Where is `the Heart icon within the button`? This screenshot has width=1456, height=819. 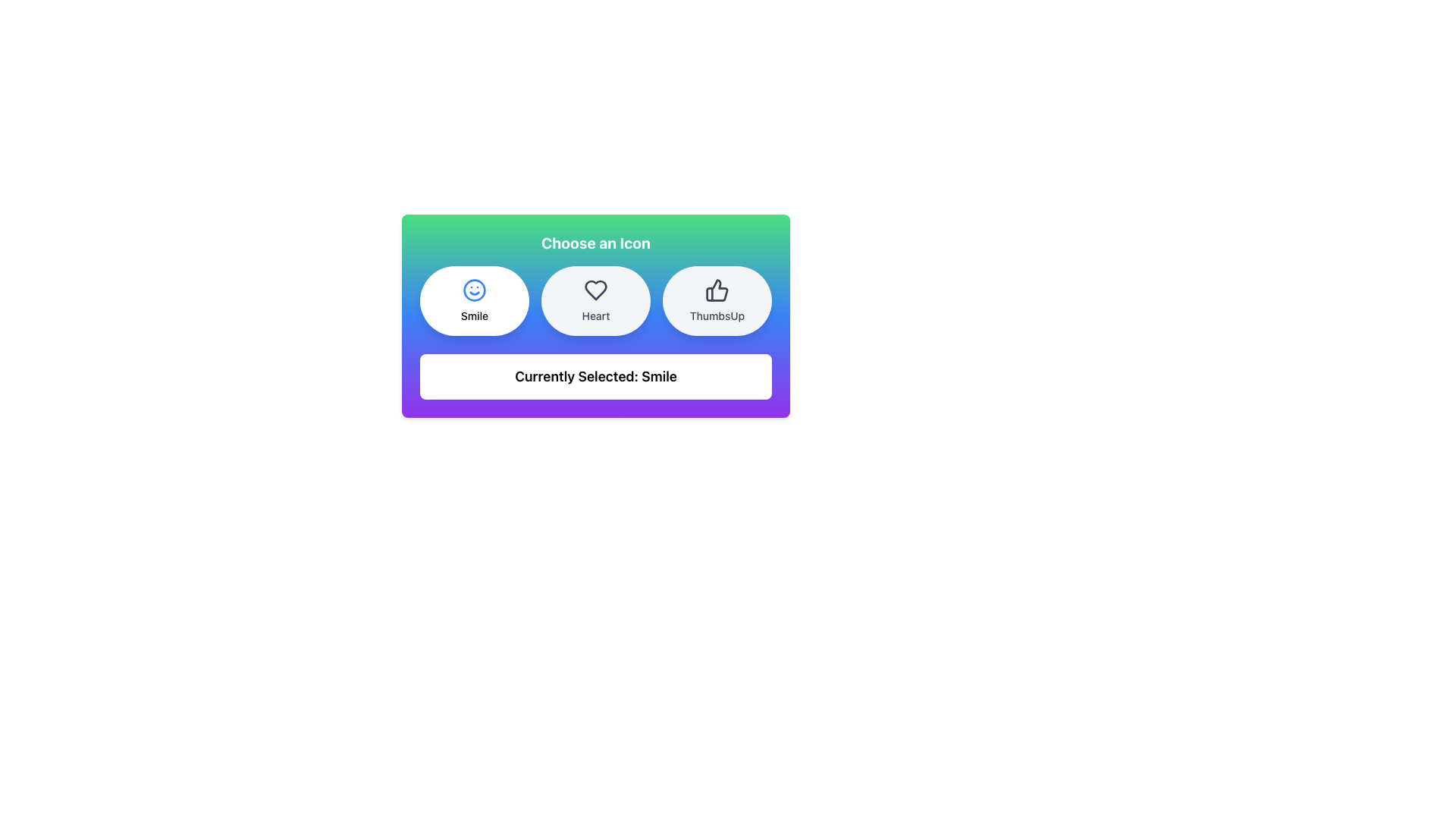 the Heart icon within the button is located at coordinates (595, 290).